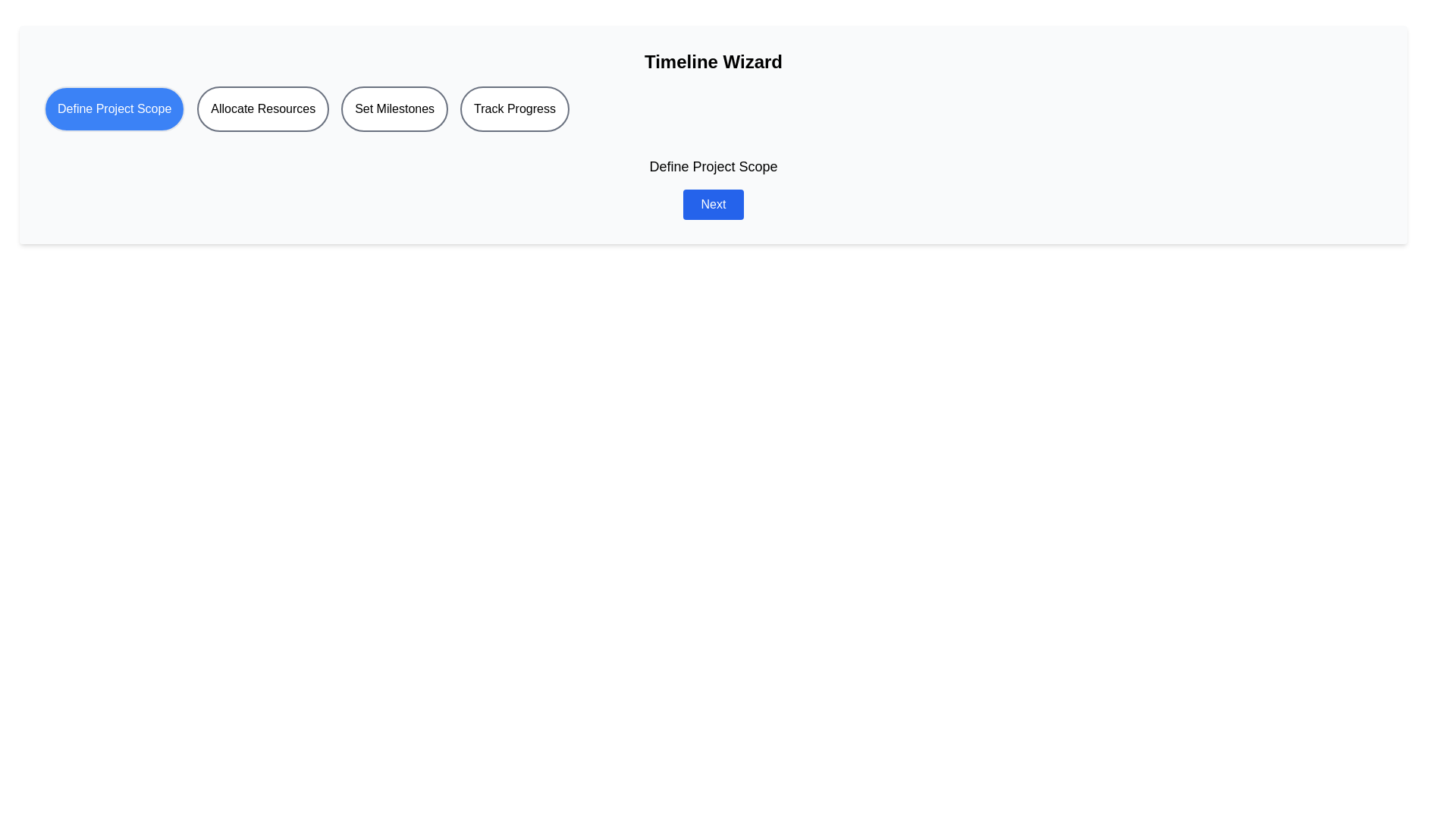 The image size is (1456, 819). I want to click on the step labeled Set Milestones to select it, so click(394, 108).